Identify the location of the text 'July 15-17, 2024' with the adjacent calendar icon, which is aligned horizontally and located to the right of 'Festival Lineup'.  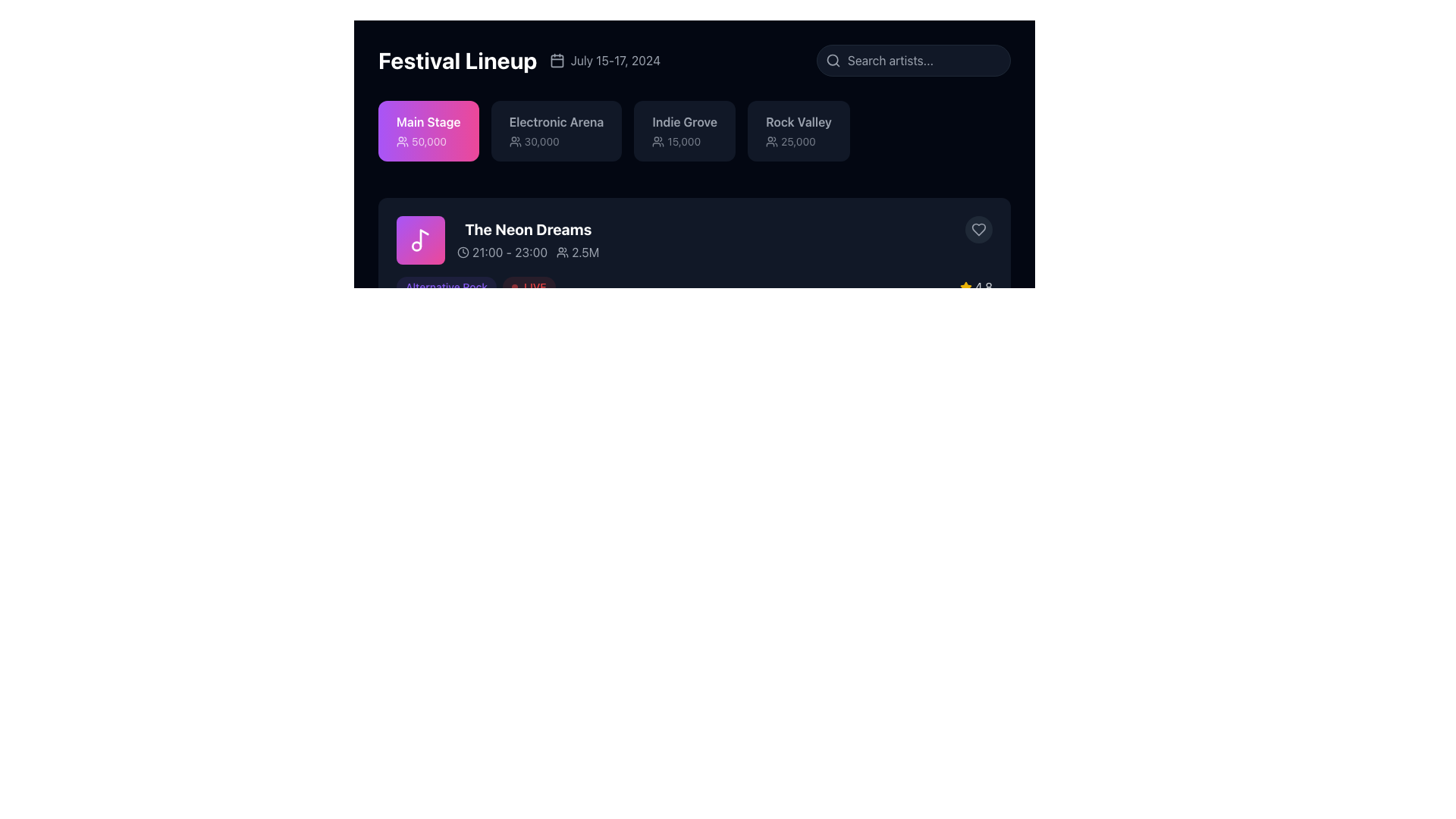
(604, 60).